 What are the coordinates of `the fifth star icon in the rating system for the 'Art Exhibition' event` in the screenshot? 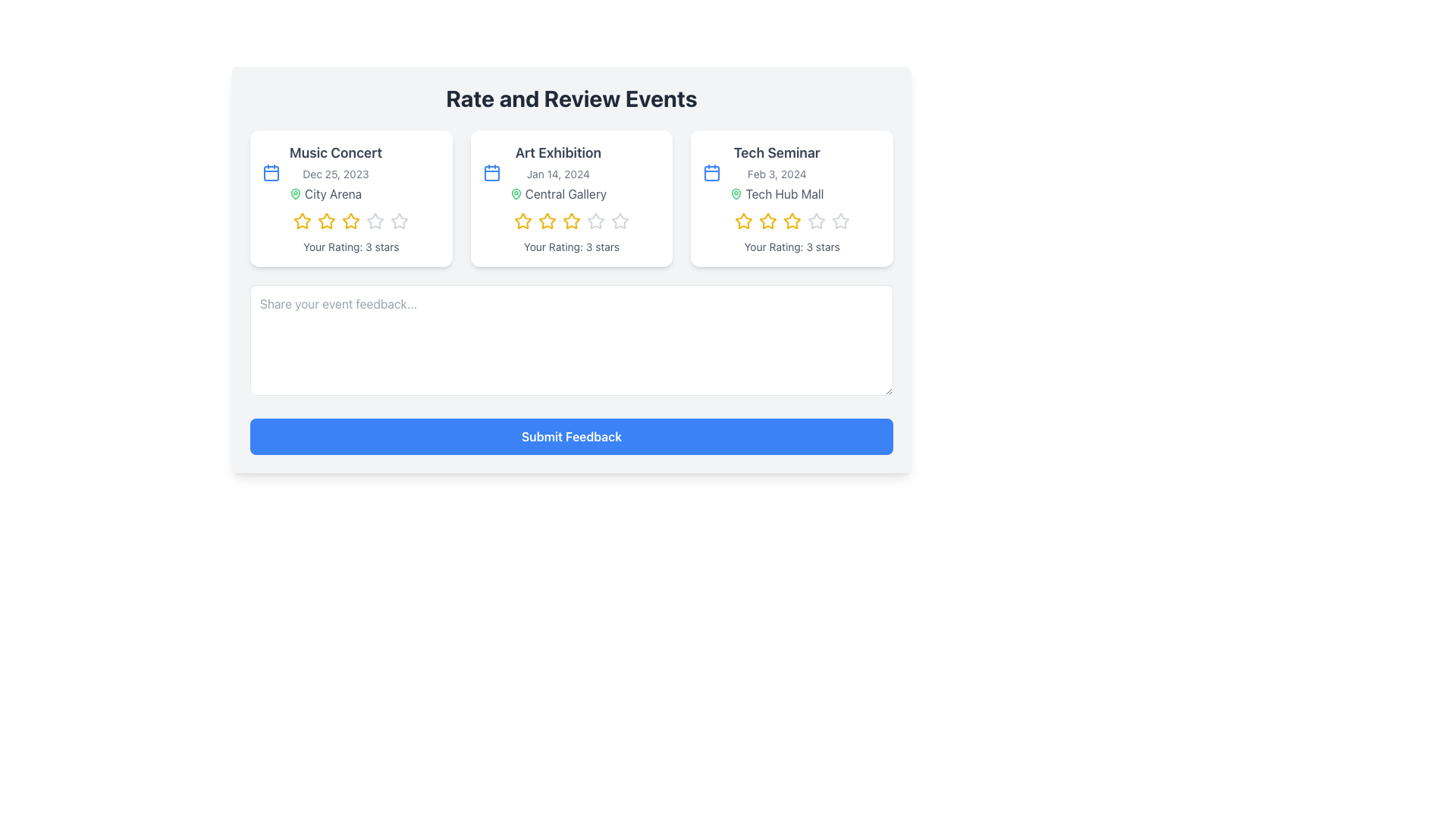 It's located at (620, 221).